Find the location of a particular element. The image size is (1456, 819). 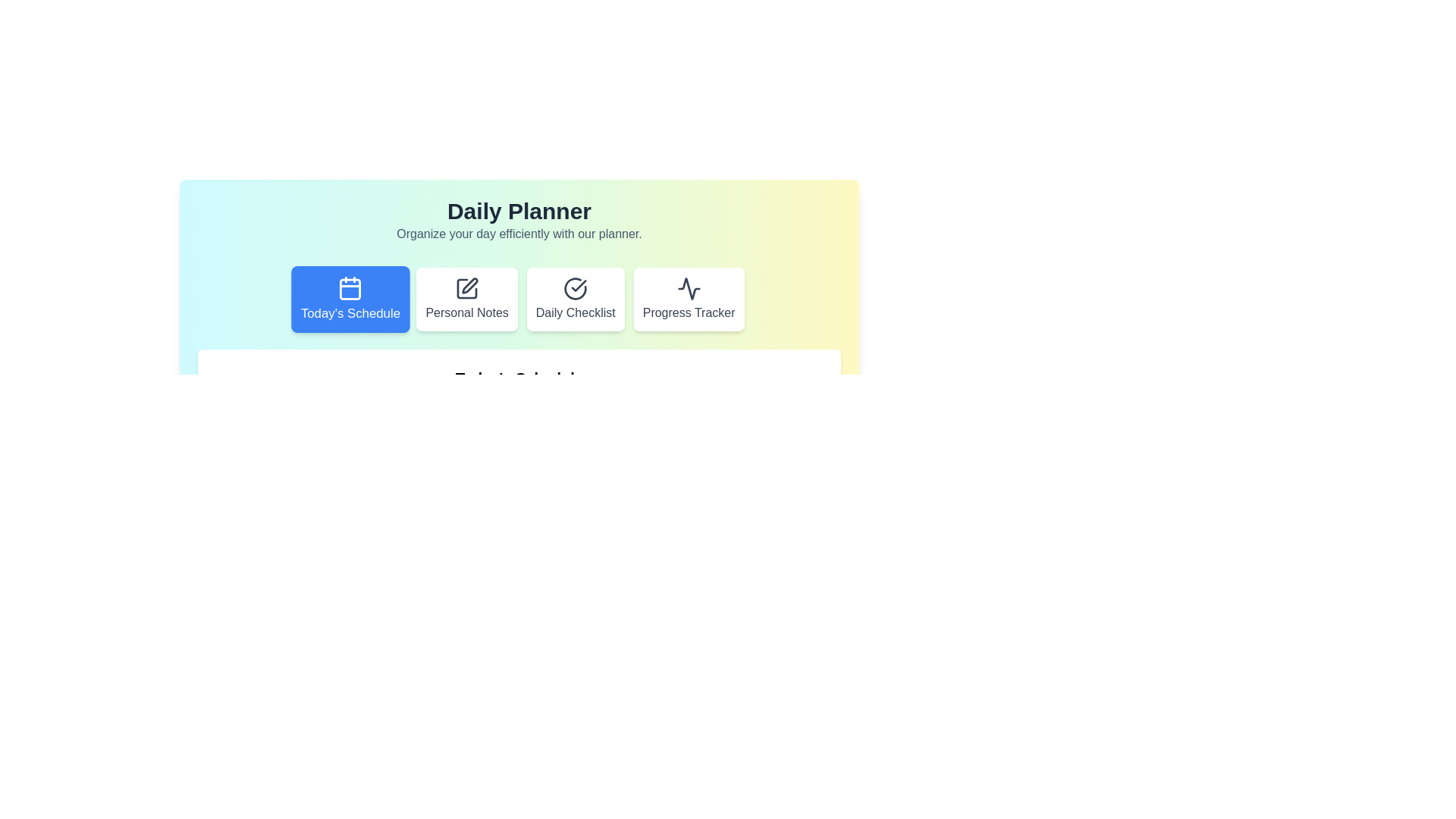

the tab corresponding to Today's Schedule is located at coordinates (350, 299).